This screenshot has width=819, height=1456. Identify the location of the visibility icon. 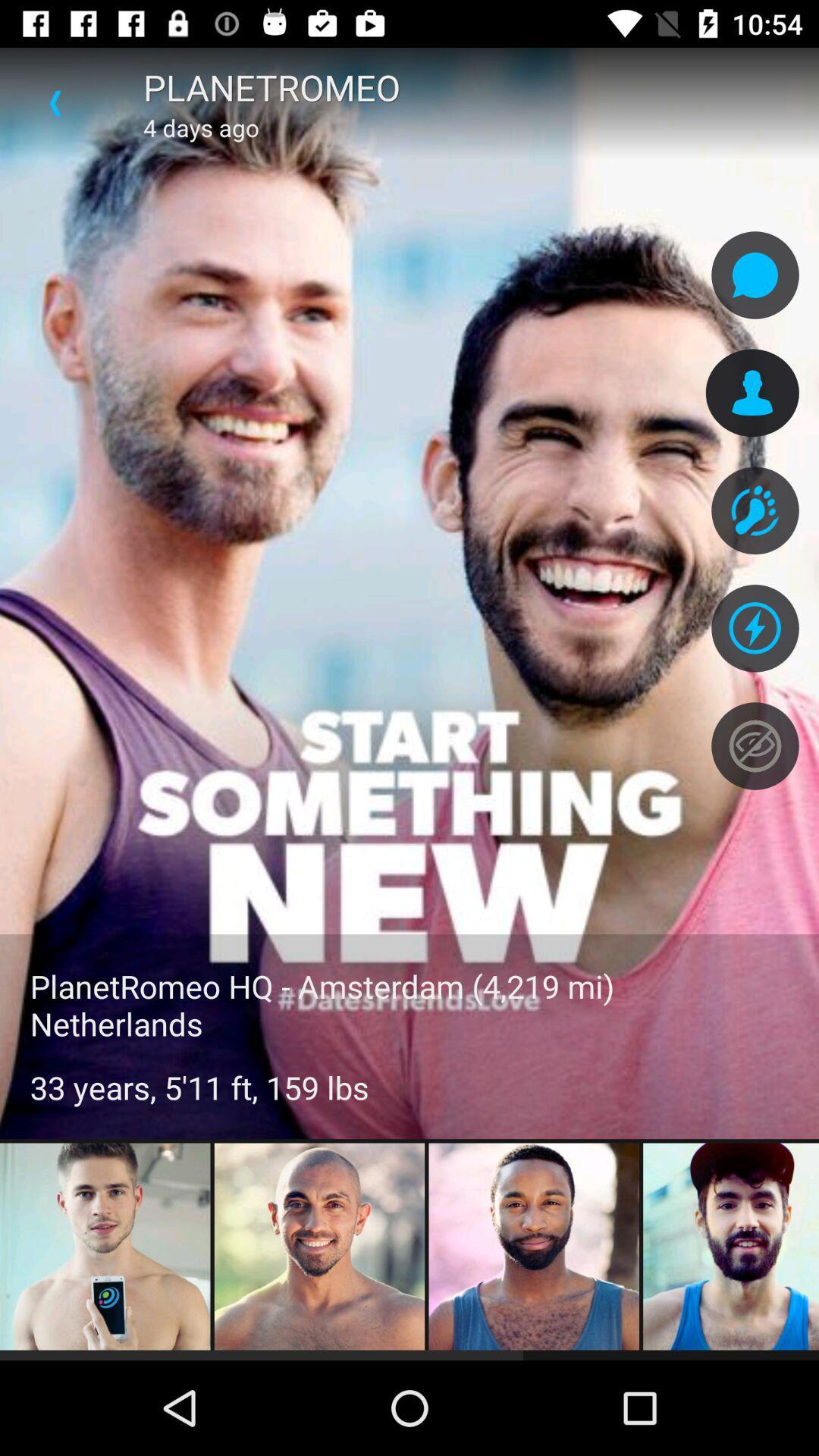
(755, 745).